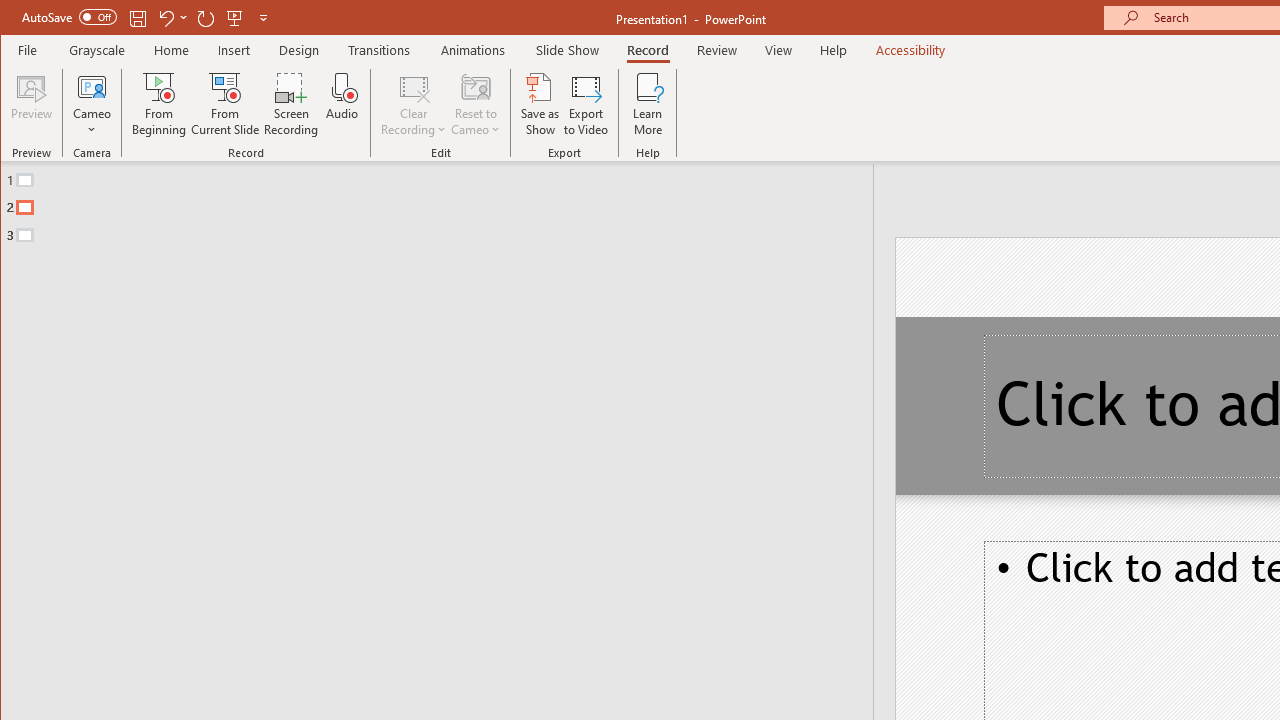 The image size is (1280, 720). Describe the element at coordinates (475, 104) in the screenshot. I see `'Reset to Cameo'` at that location.